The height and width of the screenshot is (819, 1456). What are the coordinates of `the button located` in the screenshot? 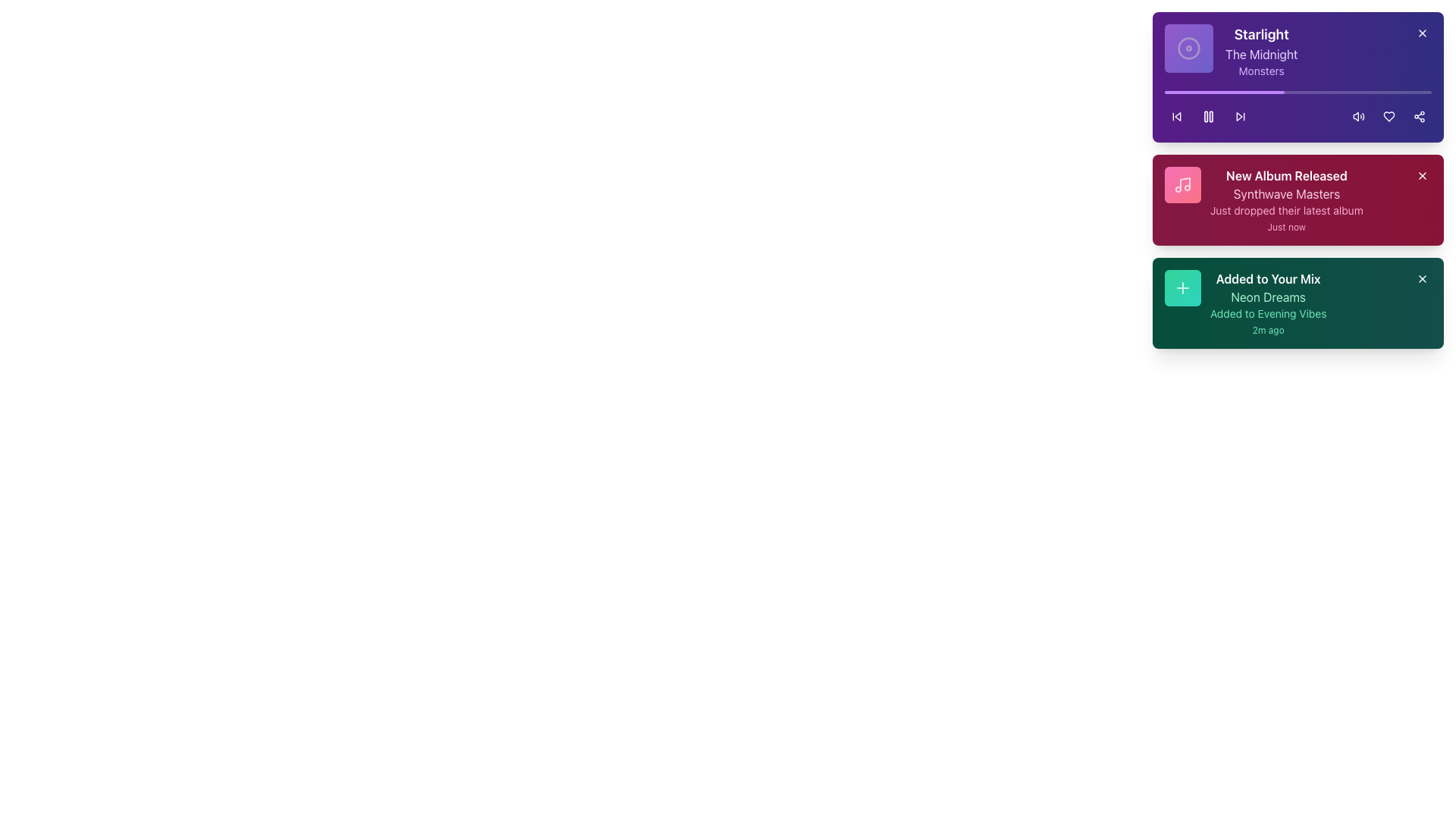 It's located at (1422, 278).